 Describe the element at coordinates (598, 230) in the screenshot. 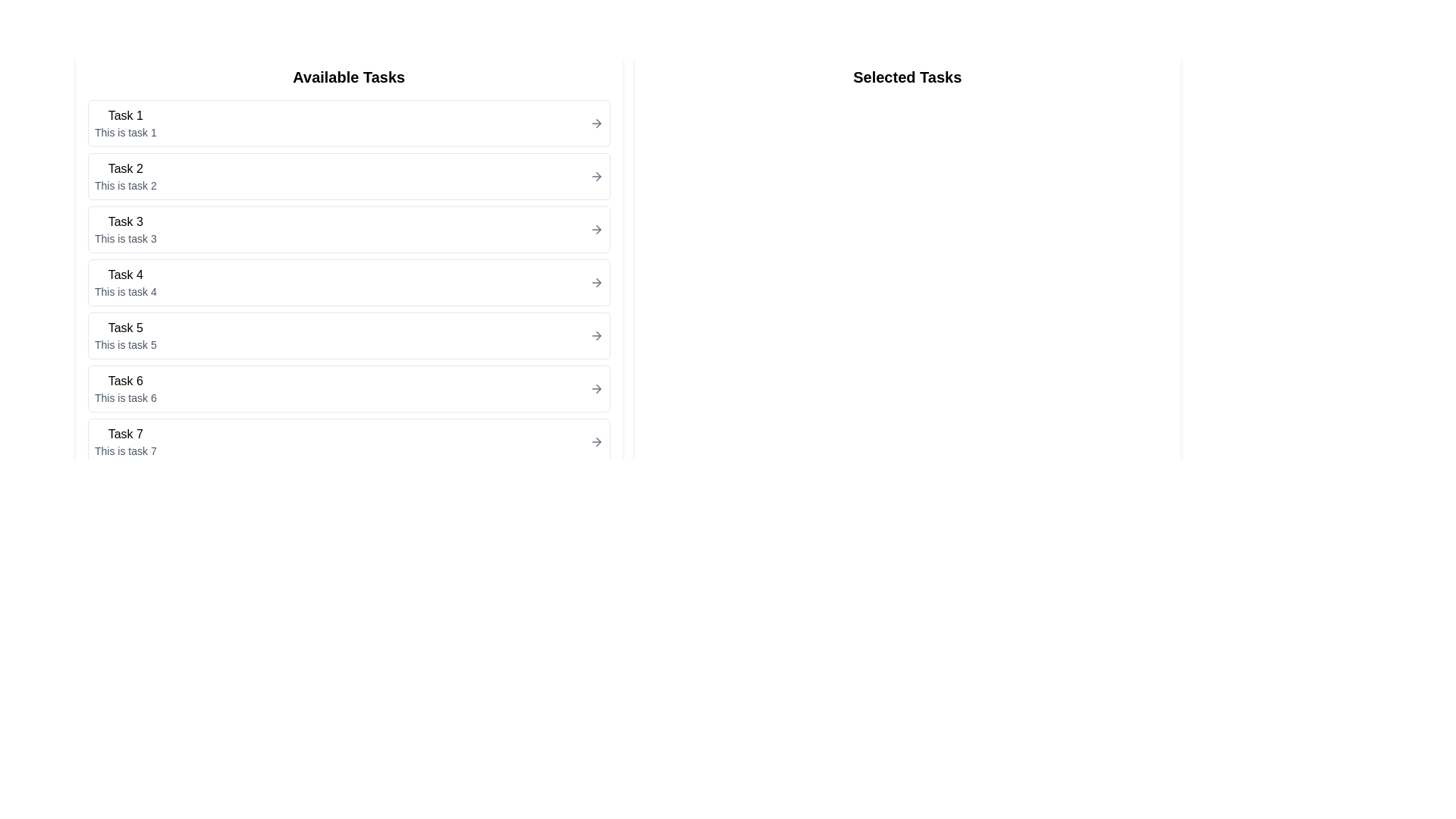

I see `the icon located in the right part of the 'Task 4' row within the 'Available Tasks' section` at that location.